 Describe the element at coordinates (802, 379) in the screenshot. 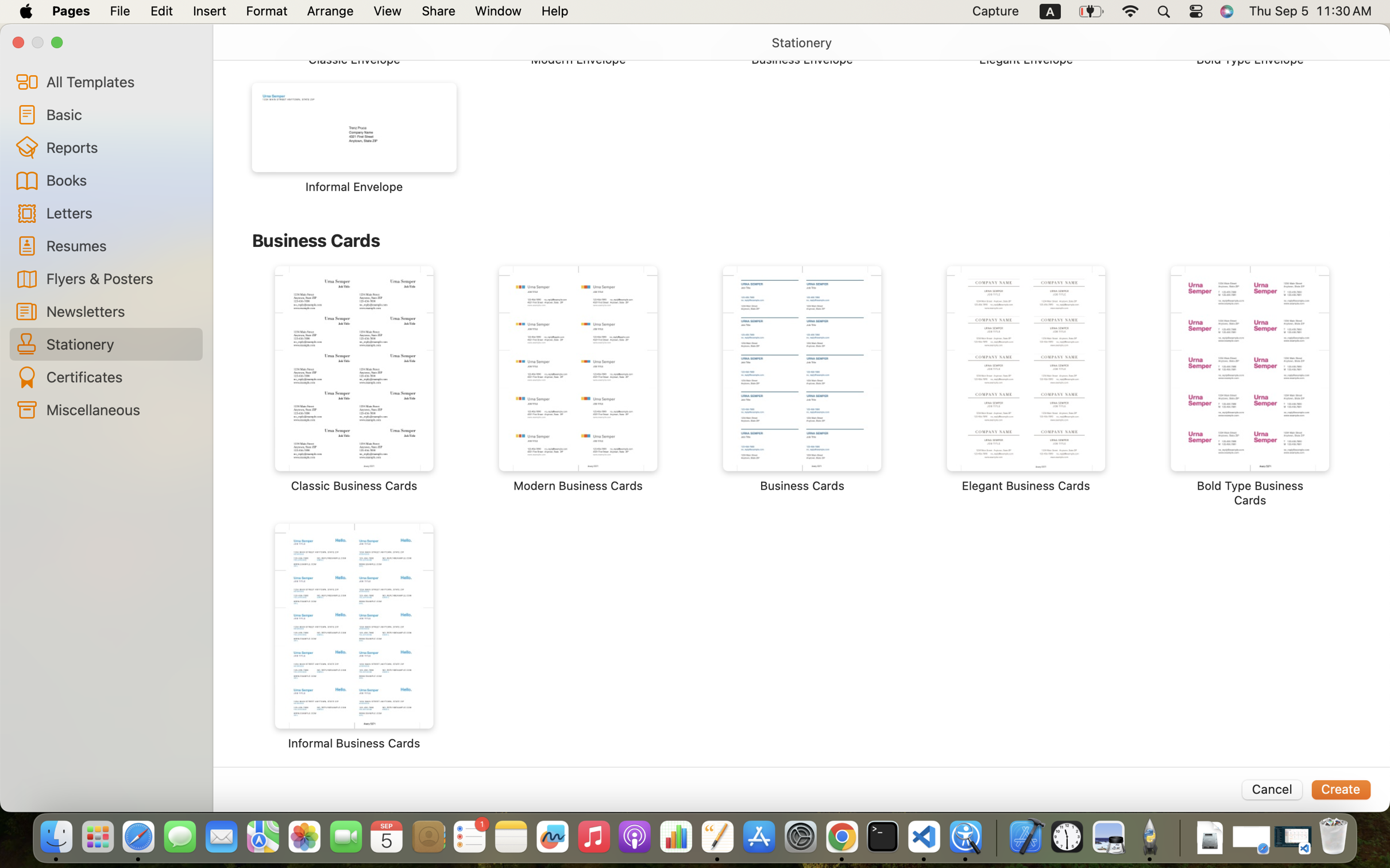

I see `'‎⁨Business Cards⁩'` at that location.